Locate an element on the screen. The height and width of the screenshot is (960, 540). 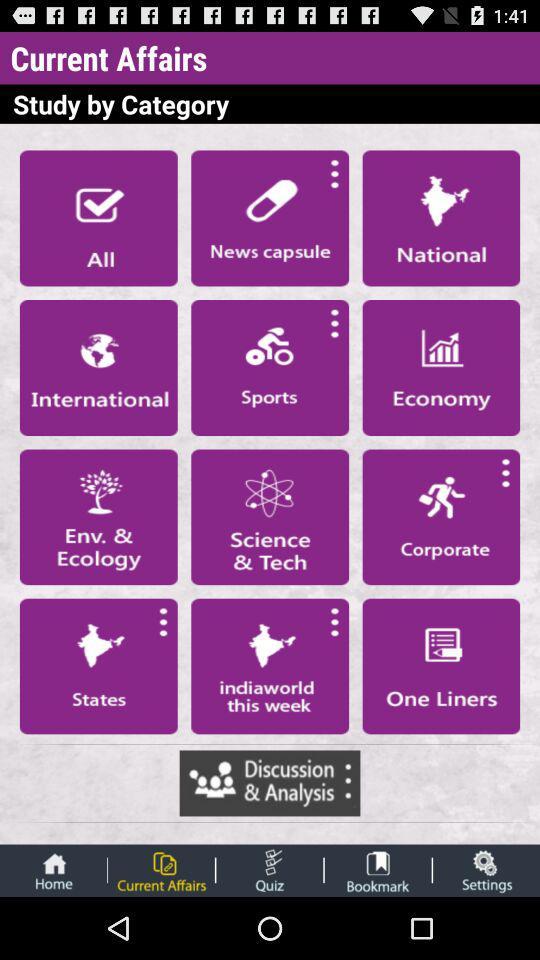
show all categories is located at coordinates (97, 218).